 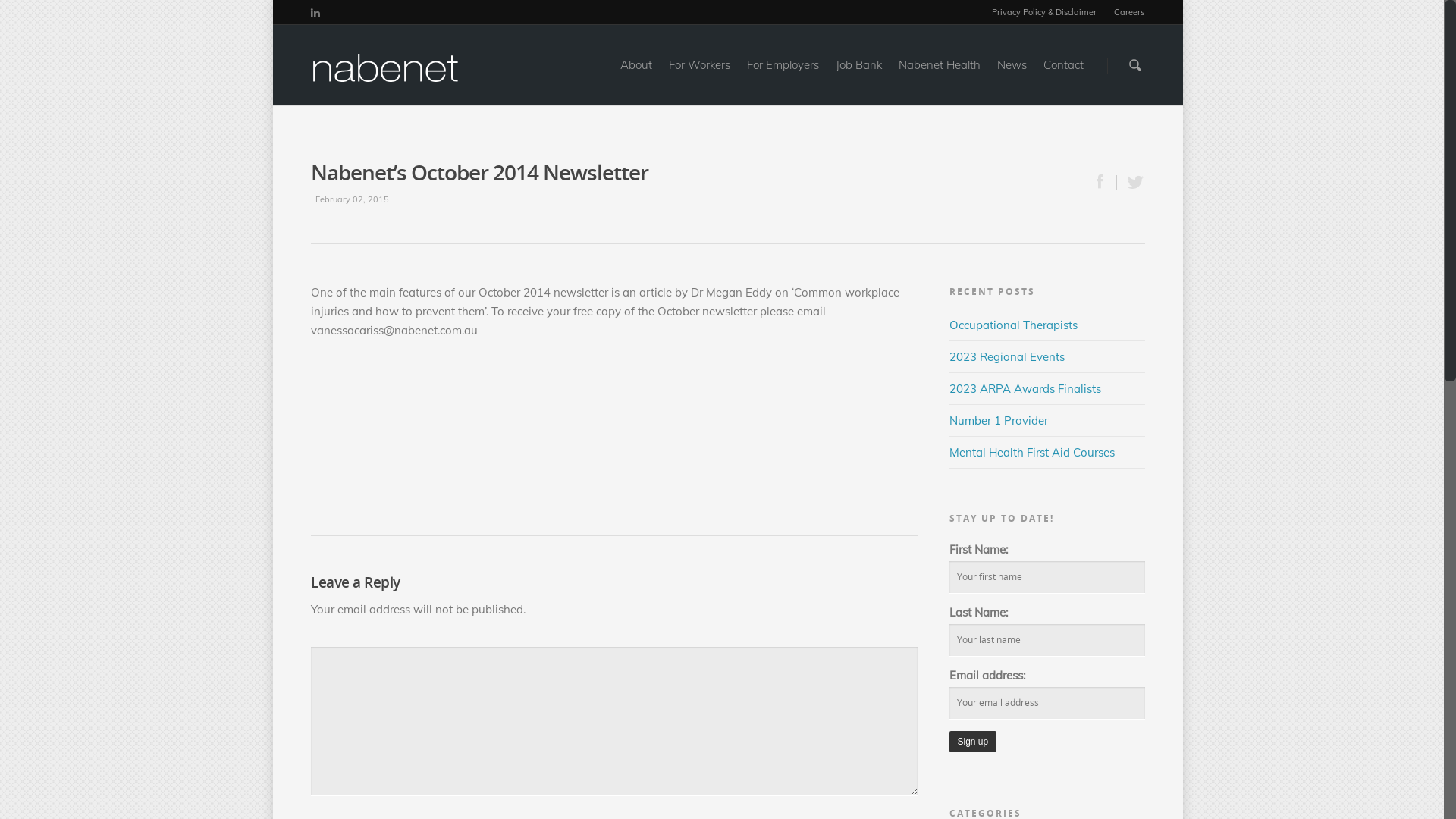 What do you see at coordinates (1013, 323) in the screenshot?
I see `'Occupational Therapists'` at bounding box center [1013, 323].